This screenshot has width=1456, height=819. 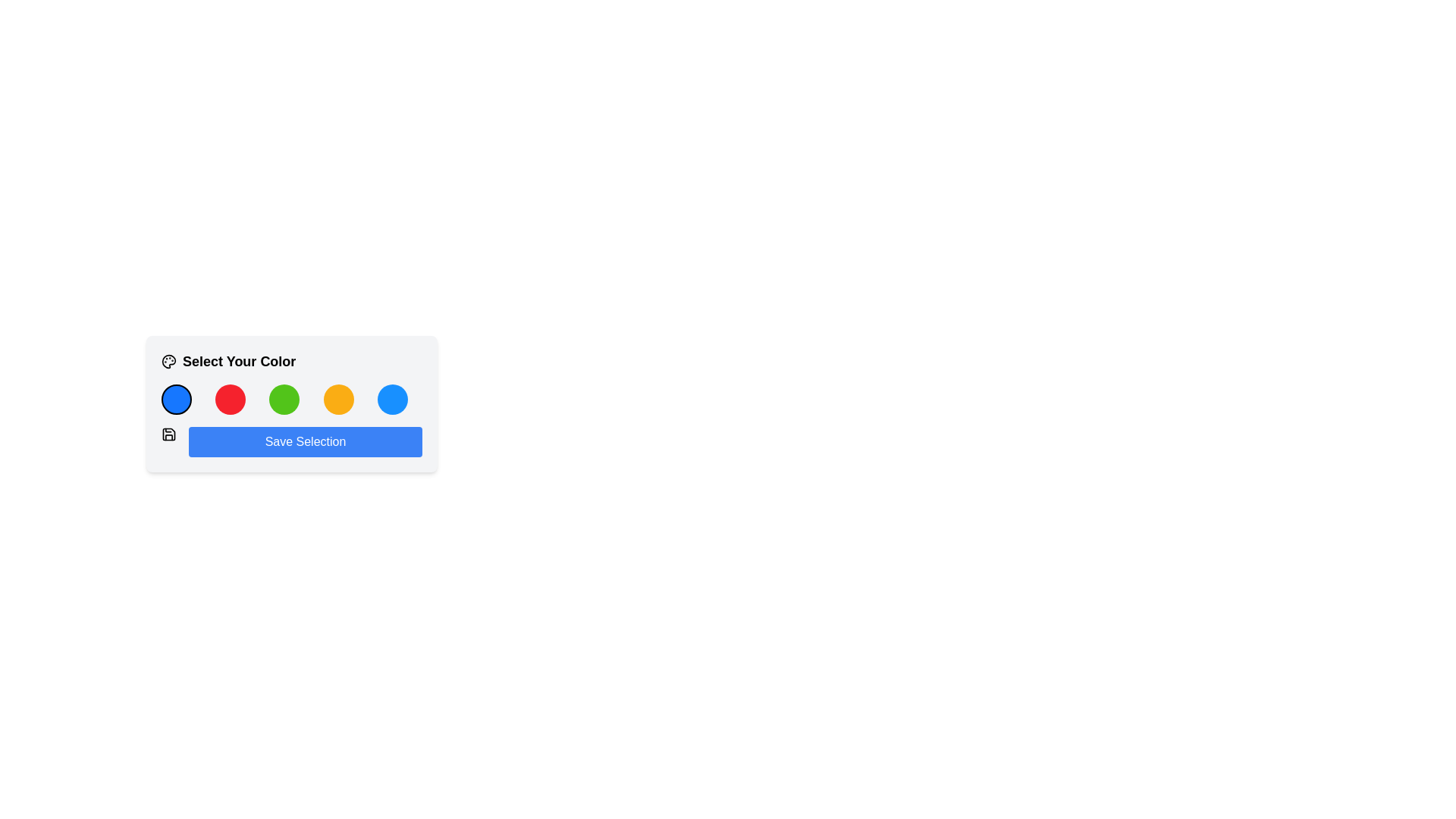 What do you see at coordinates (392, 399) in the screenshot?
I see `the fifth circular button, positioned at the far right of a horizontal set of five buttons, to trigger visual feedback` at bounding box center [392, 399].